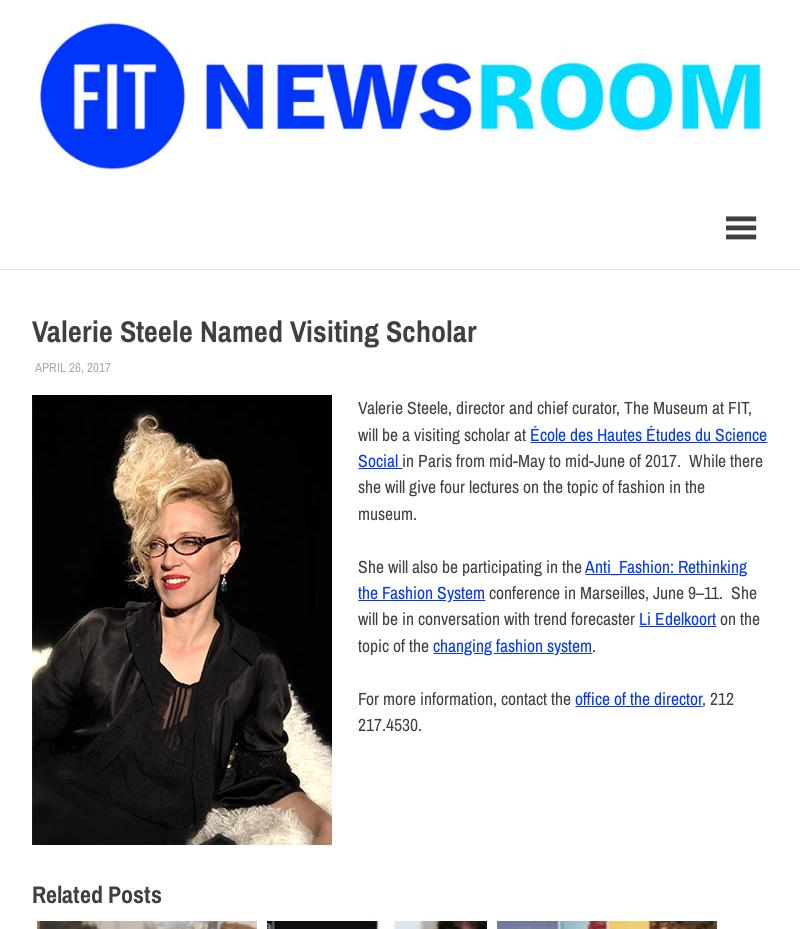 The image size is (800, 929). I want to click on 'Julianna Dow', so click(150, 367).